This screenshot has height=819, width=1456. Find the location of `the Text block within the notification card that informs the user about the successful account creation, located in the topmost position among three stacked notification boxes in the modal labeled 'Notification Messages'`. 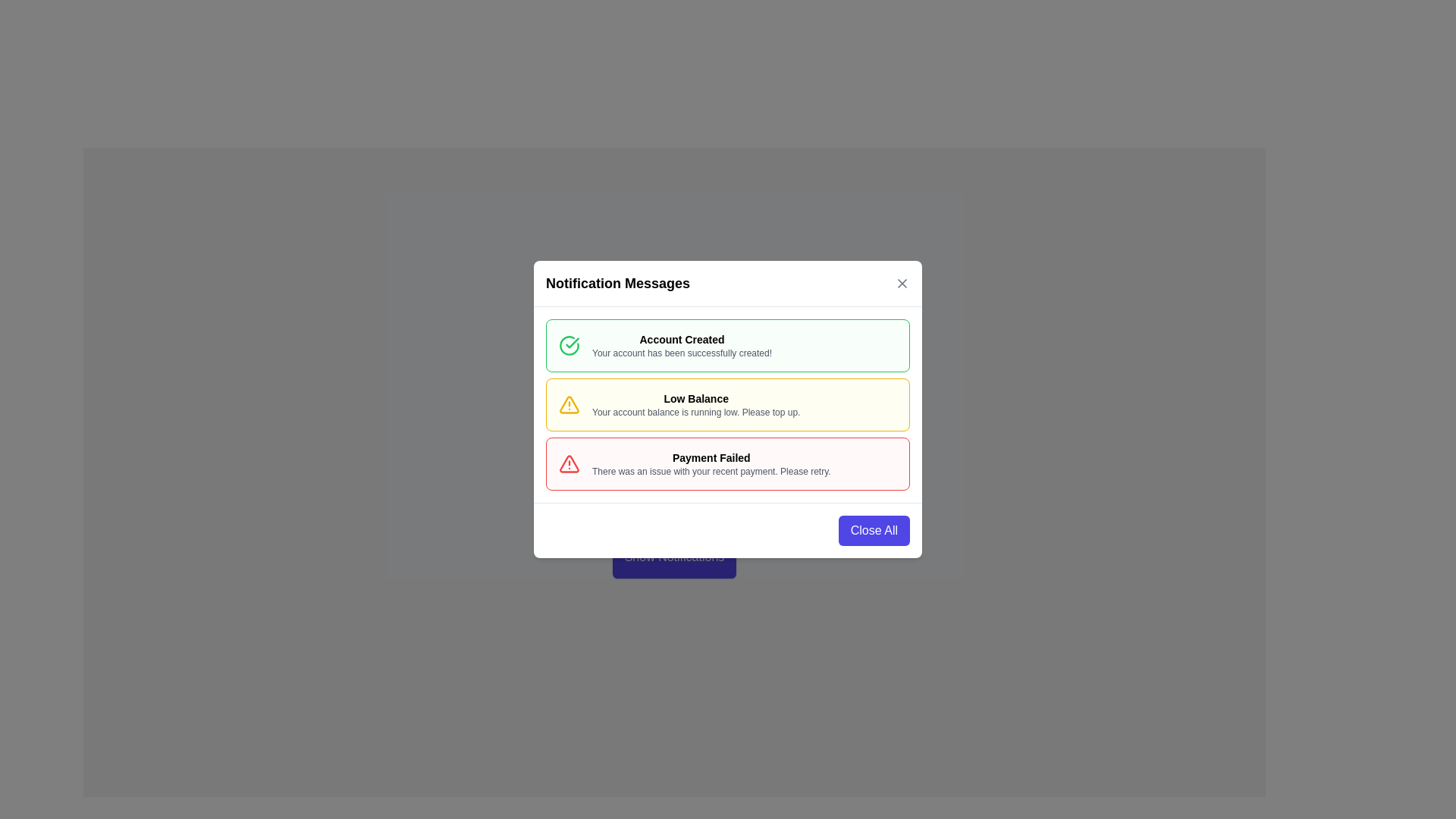

the Text block within the notification card that informs the user about the successful account creation, located in the topmost position among three stacked notification boxes in the modal labeled 'Notification Messages' is located at coordinates (681, 345).